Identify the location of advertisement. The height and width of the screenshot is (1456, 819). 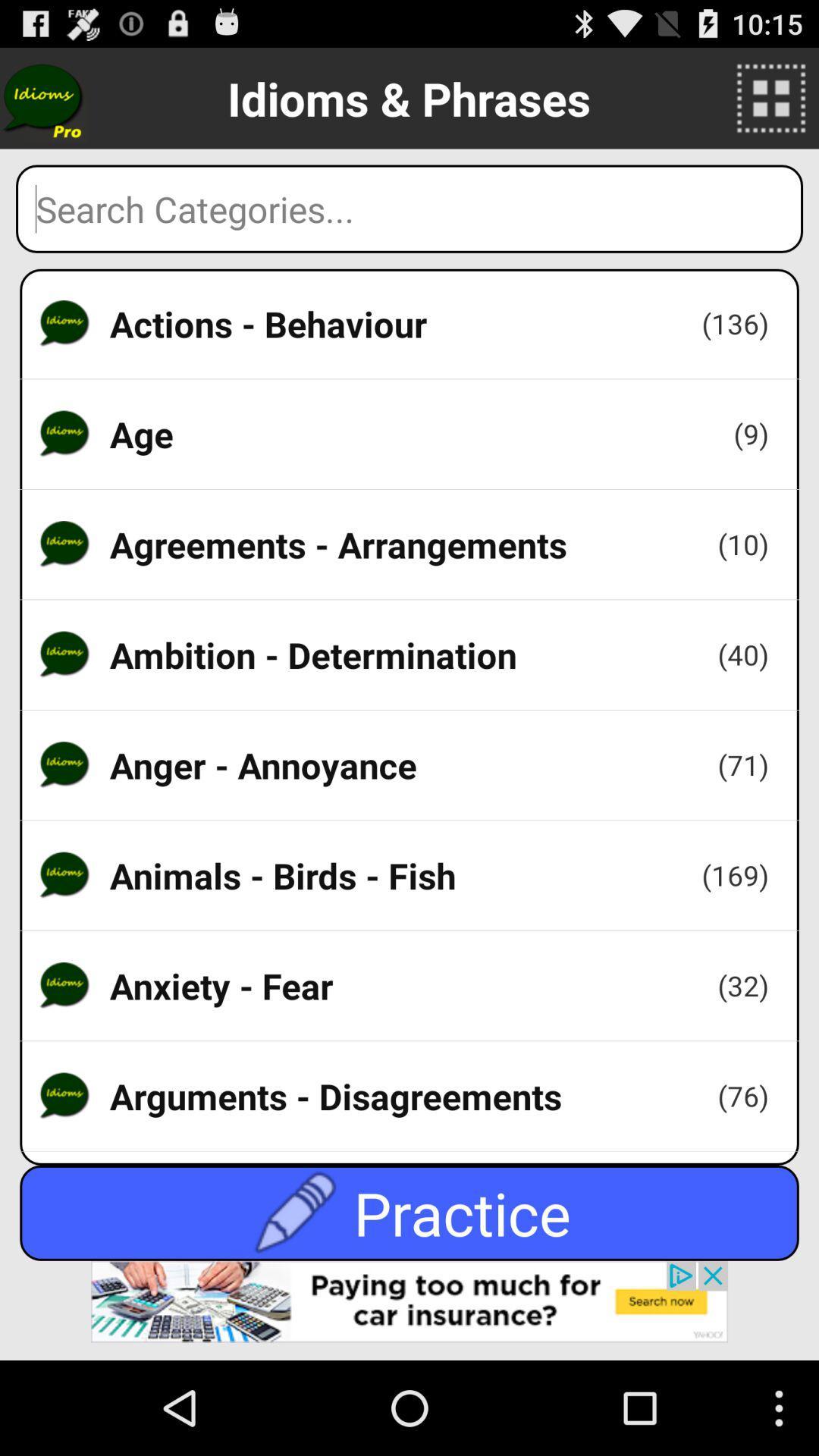
(409, 1310).